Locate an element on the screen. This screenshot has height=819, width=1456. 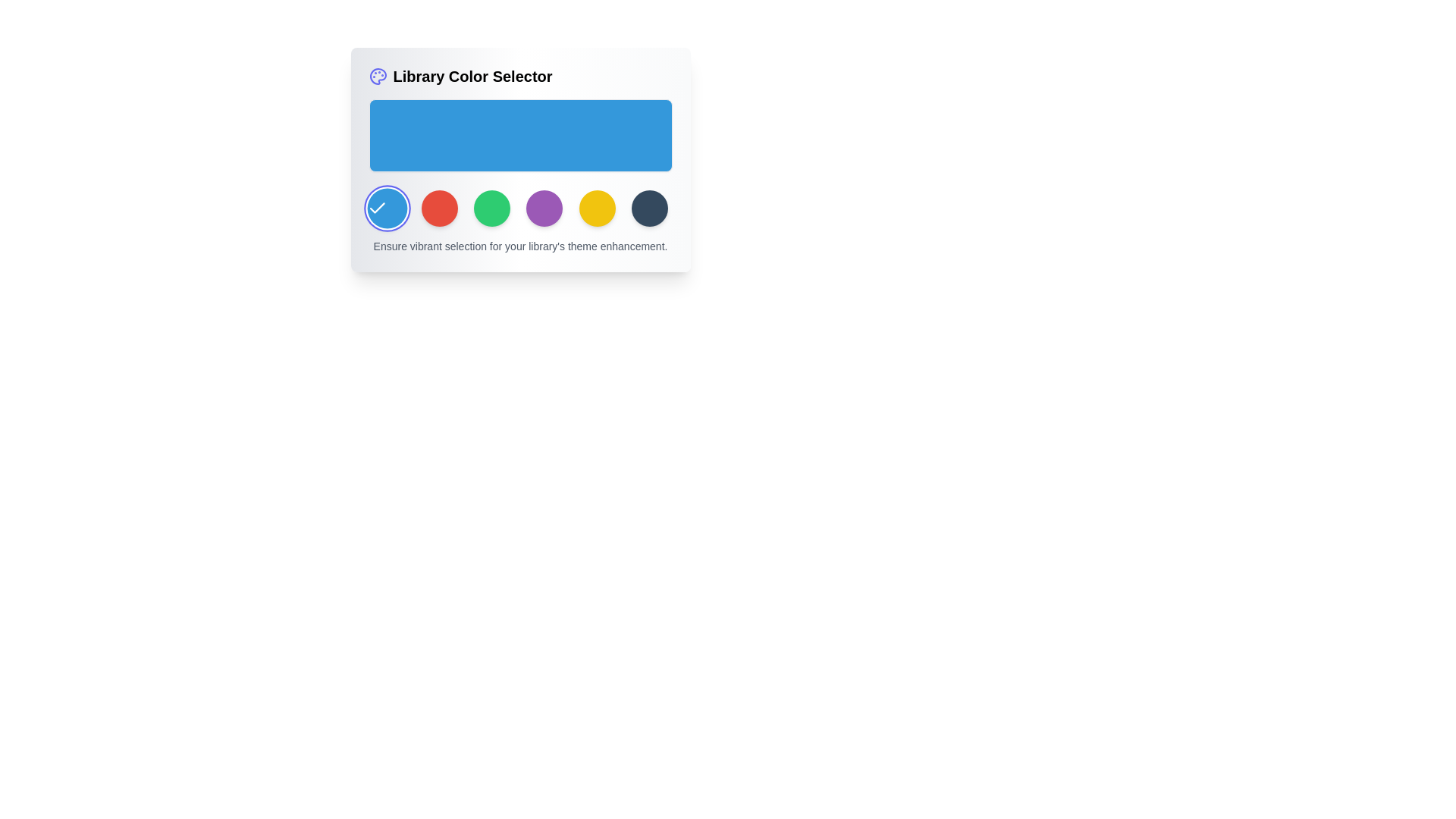
the outlined checkmark icon inside the first circular button on the left, located below the 'Library Color Selector' title and the blue rectangular section is located at coordinates (377, 208).